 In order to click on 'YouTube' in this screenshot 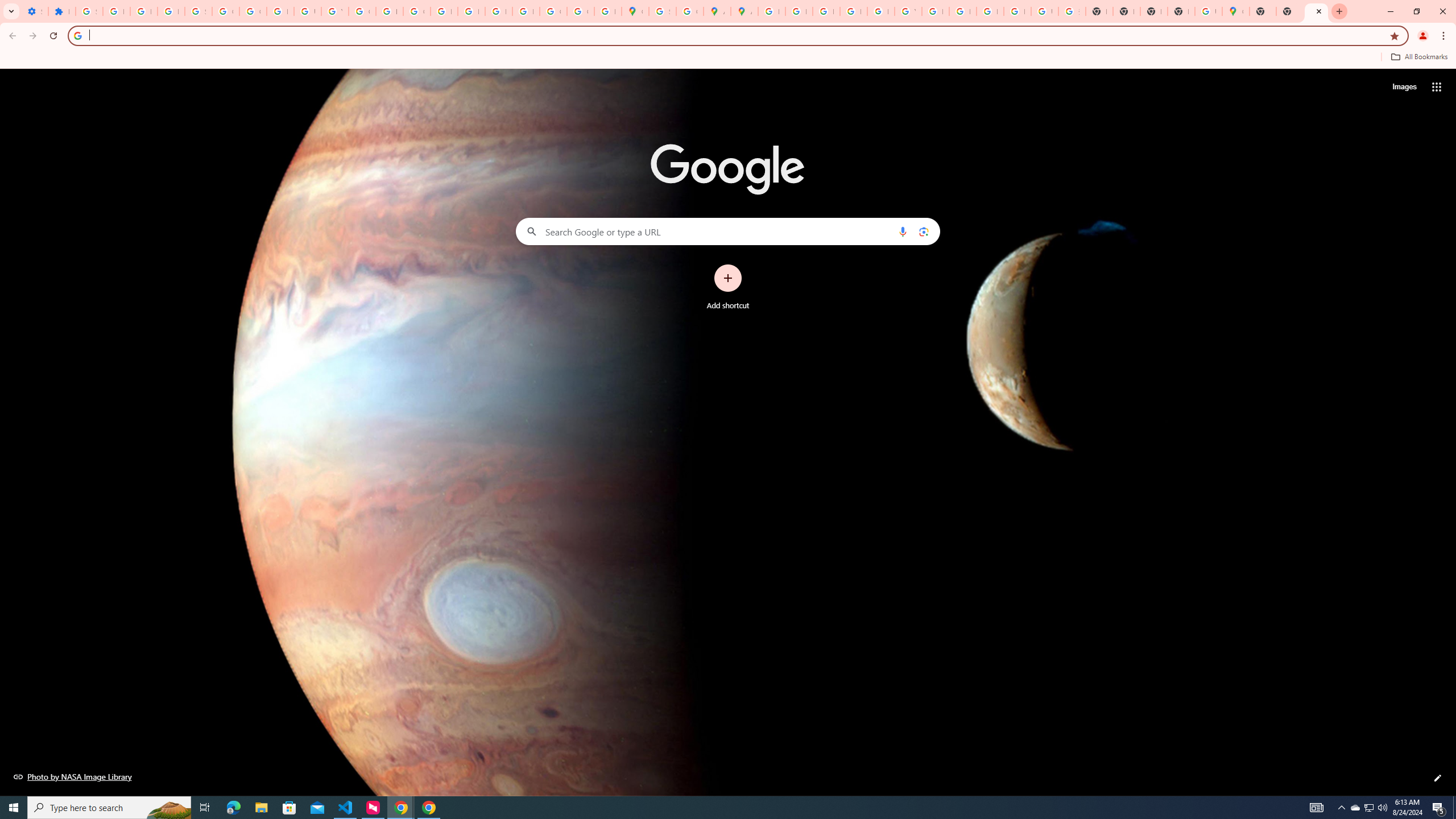, I will do `click(908, 11)`.